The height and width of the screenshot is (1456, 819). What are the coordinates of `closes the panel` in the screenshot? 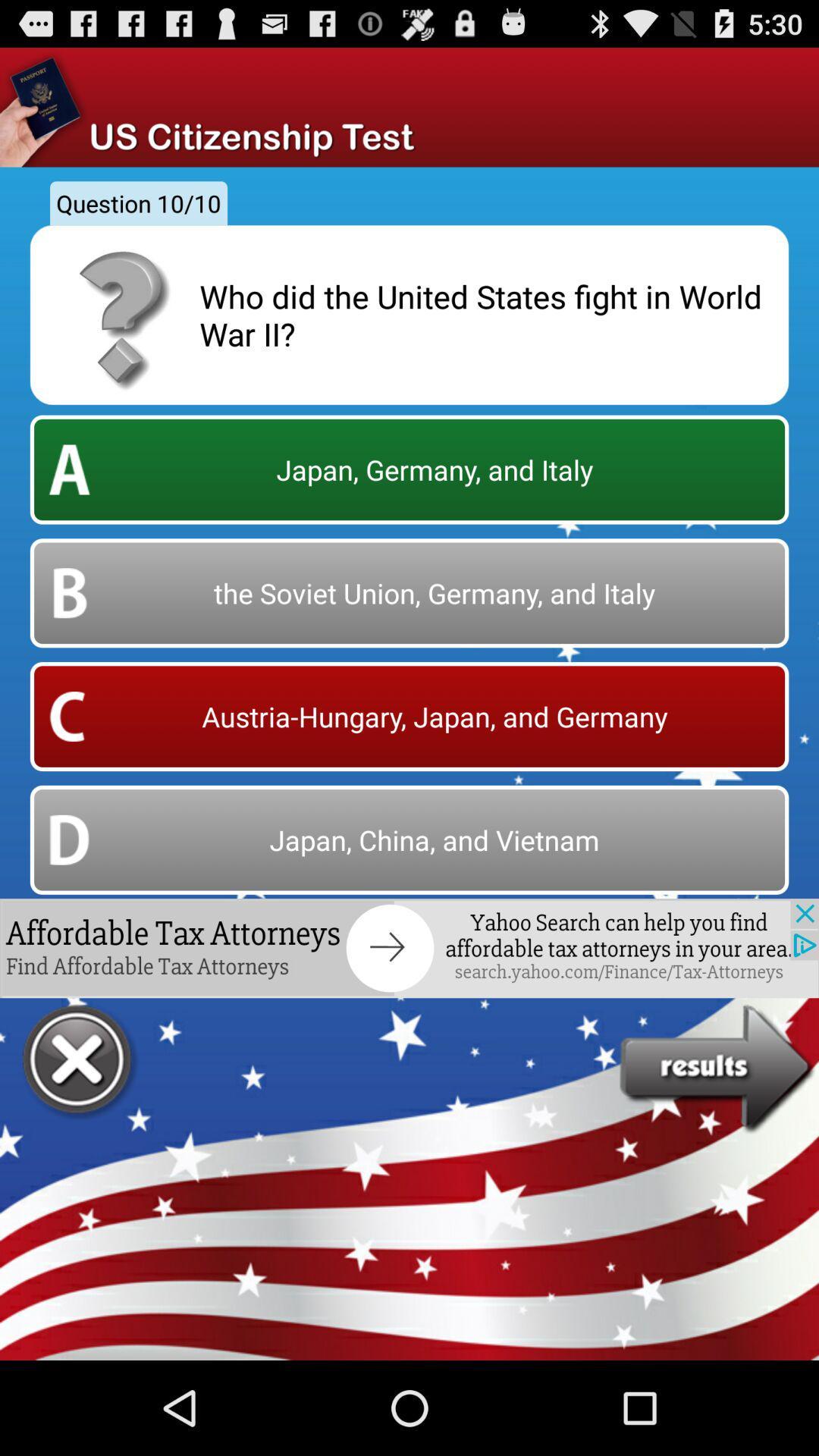 It's located at (79, 1061).